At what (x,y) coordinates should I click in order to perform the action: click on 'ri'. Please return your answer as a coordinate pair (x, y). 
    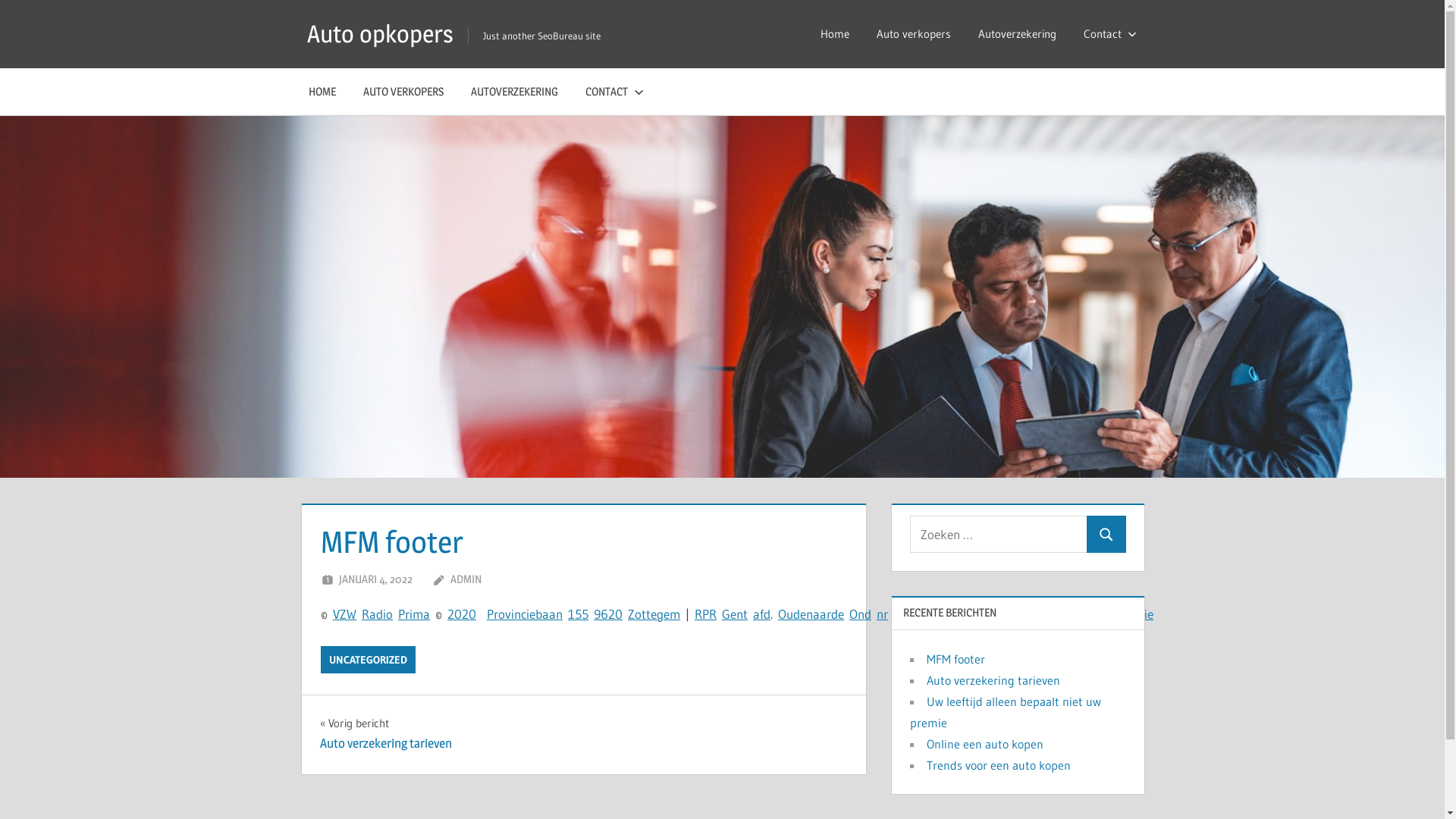
    Looking at the image, I should click on (408, 613).